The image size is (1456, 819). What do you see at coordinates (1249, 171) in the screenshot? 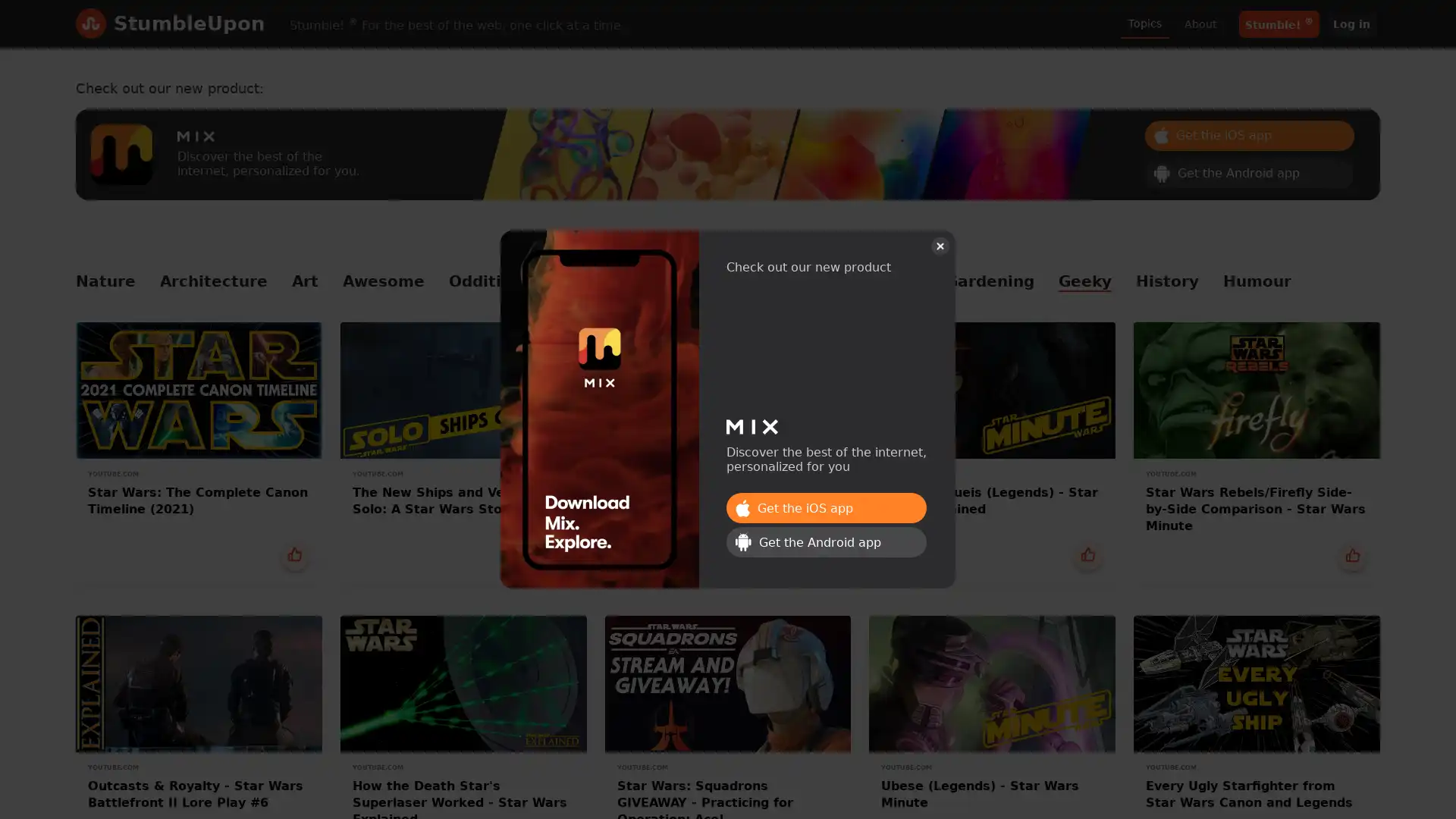
I see `Header Image 1 Get the Android app` at bounding box center [1249, 171].